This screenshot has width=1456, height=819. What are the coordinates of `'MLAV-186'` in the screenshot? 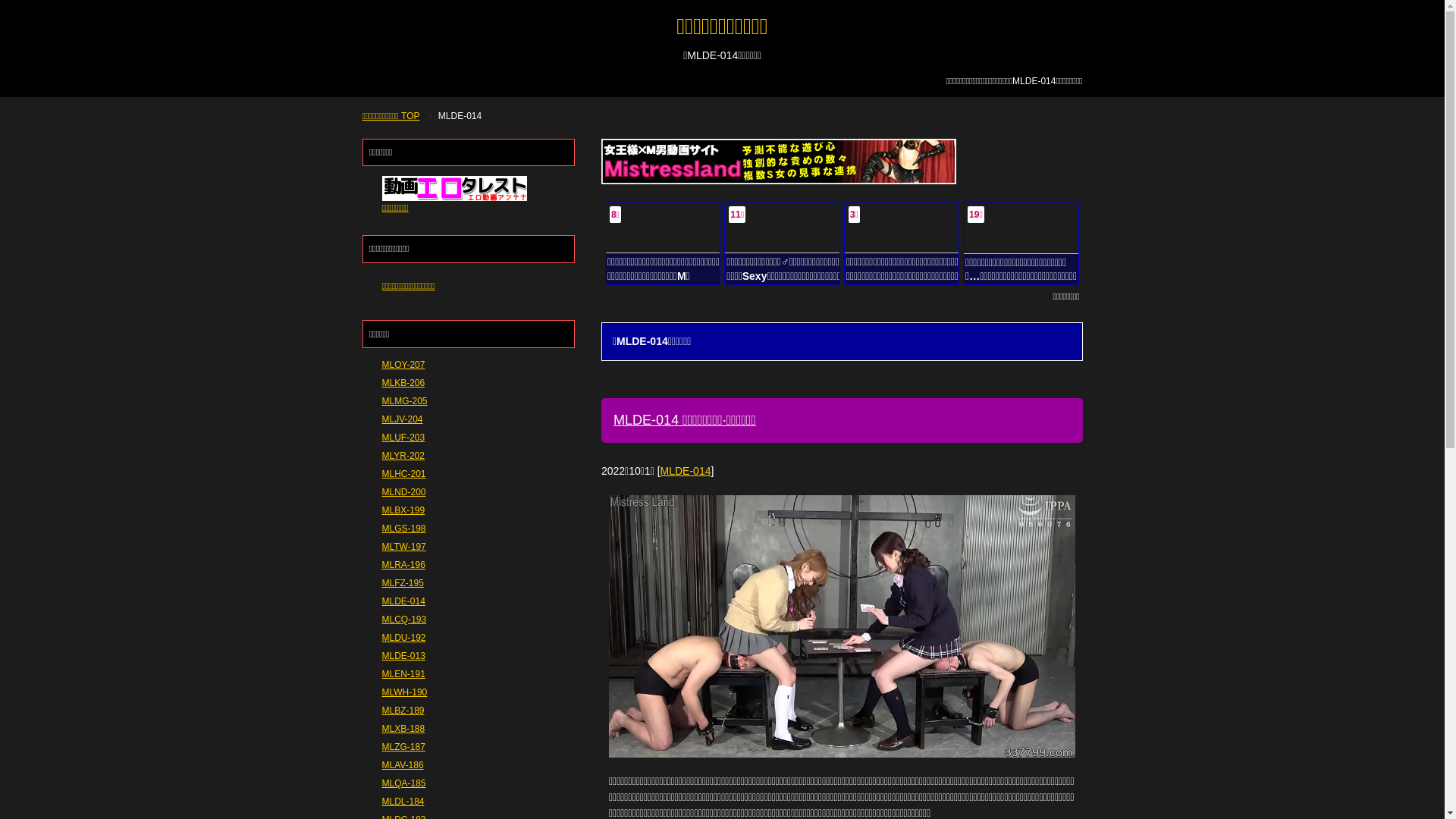 It's located at (382, 765).